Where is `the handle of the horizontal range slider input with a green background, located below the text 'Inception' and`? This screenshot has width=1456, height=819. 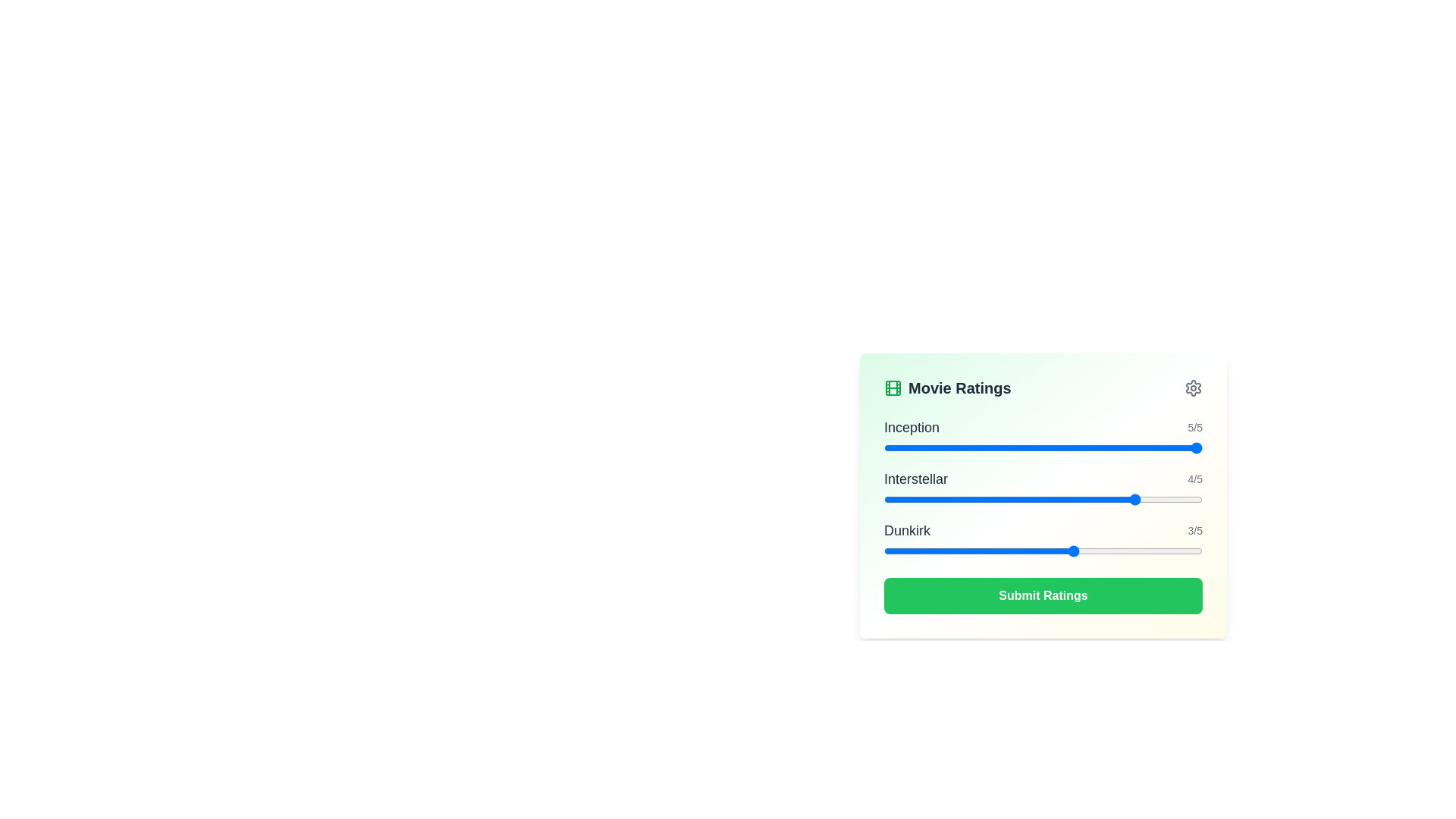
the handle of the horizontal range slider input with a green background, located below the text 'Inception' and is located at coordinates (1043, 447).